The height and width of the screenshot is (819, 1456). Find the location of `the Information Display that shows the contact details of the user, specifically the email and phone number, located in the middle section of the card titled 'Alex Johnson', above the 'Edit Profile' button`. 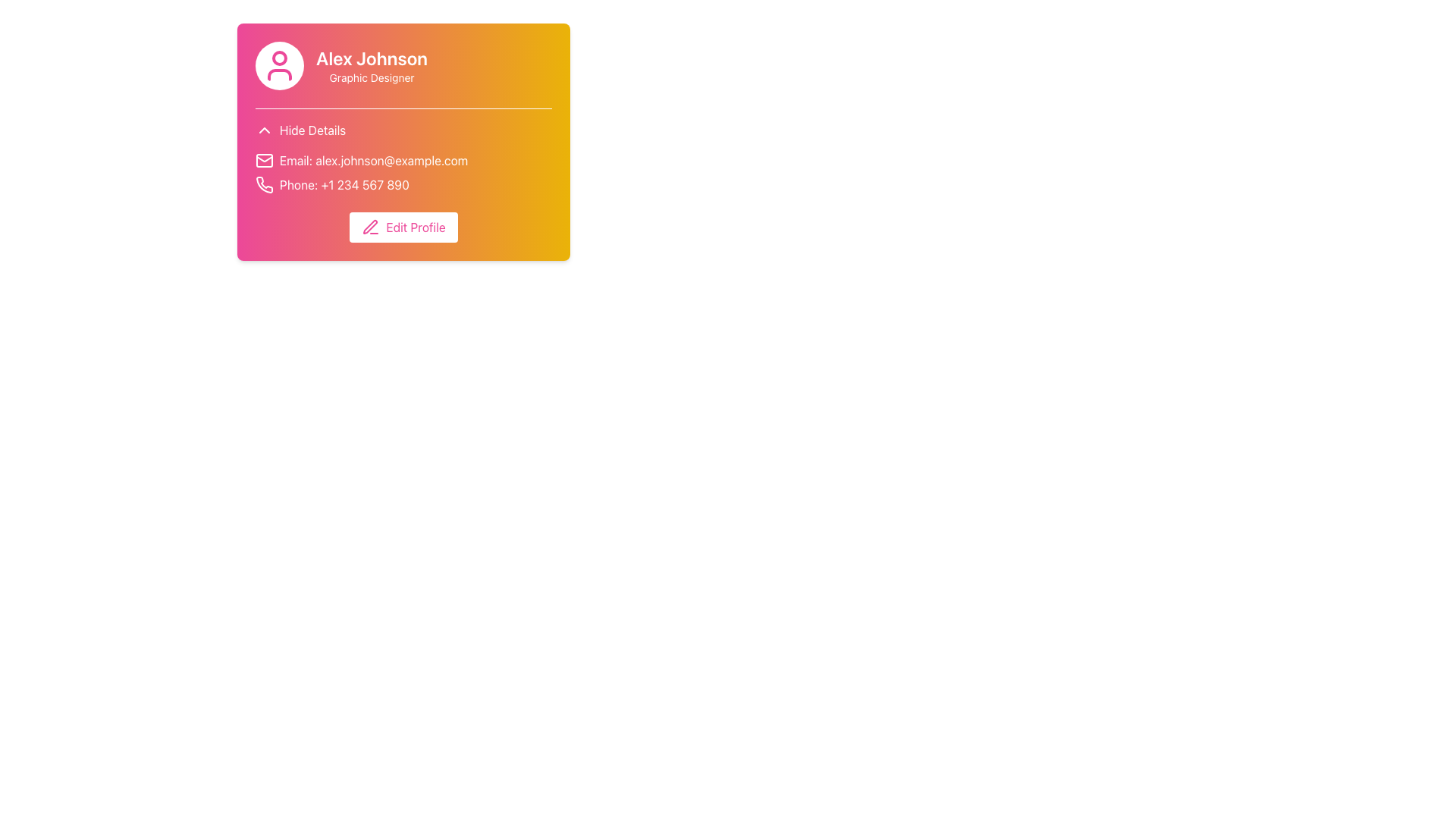

the Information Display that shows the contact details of the user, specifically the email and phone number, located in the middle section of the card titled 'Alex Johnson', above the 'Edit Profile' button is located at coordinates (403, 151).